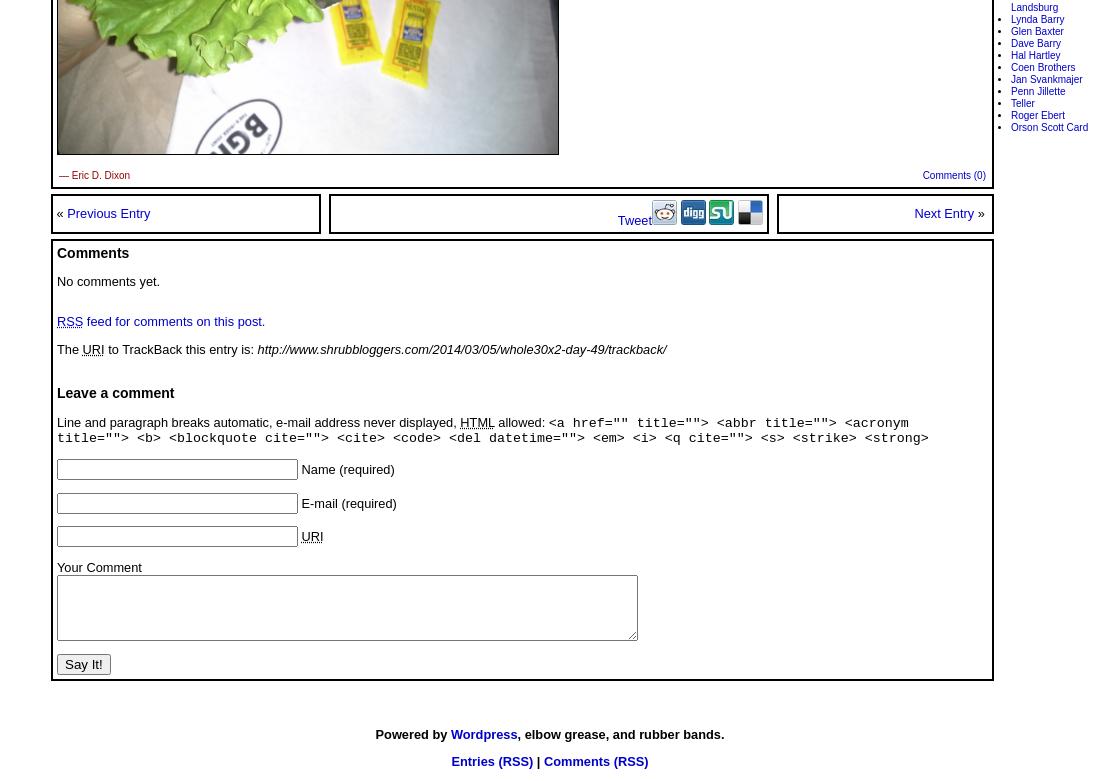  I want to click on 'Dave Barry', so click(1035, 43).